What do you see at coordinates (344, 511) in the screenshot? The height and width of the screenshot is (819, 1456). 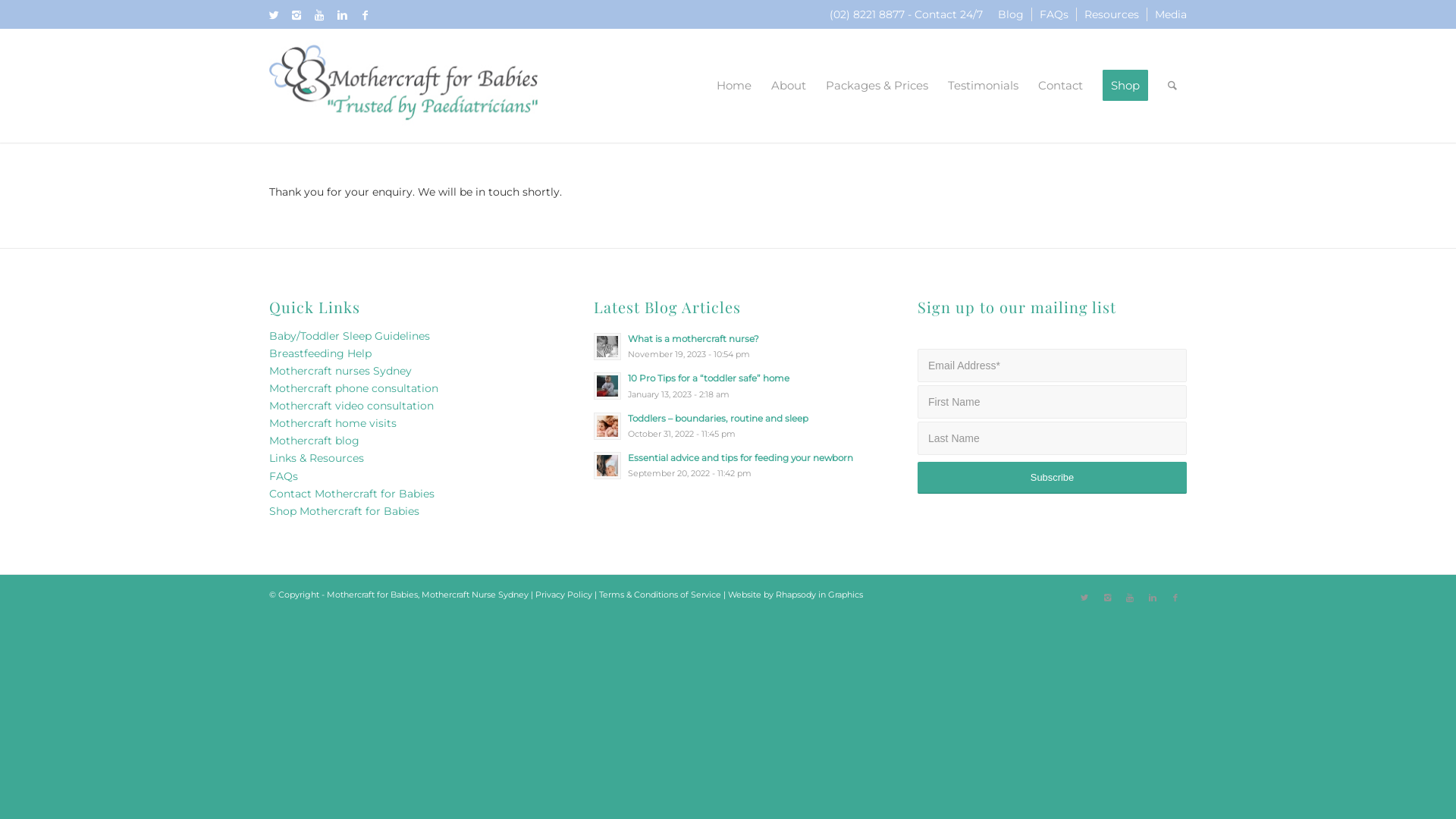 I see `'Shop Mothercraft for Babies'` at bounding box center [344, 511].